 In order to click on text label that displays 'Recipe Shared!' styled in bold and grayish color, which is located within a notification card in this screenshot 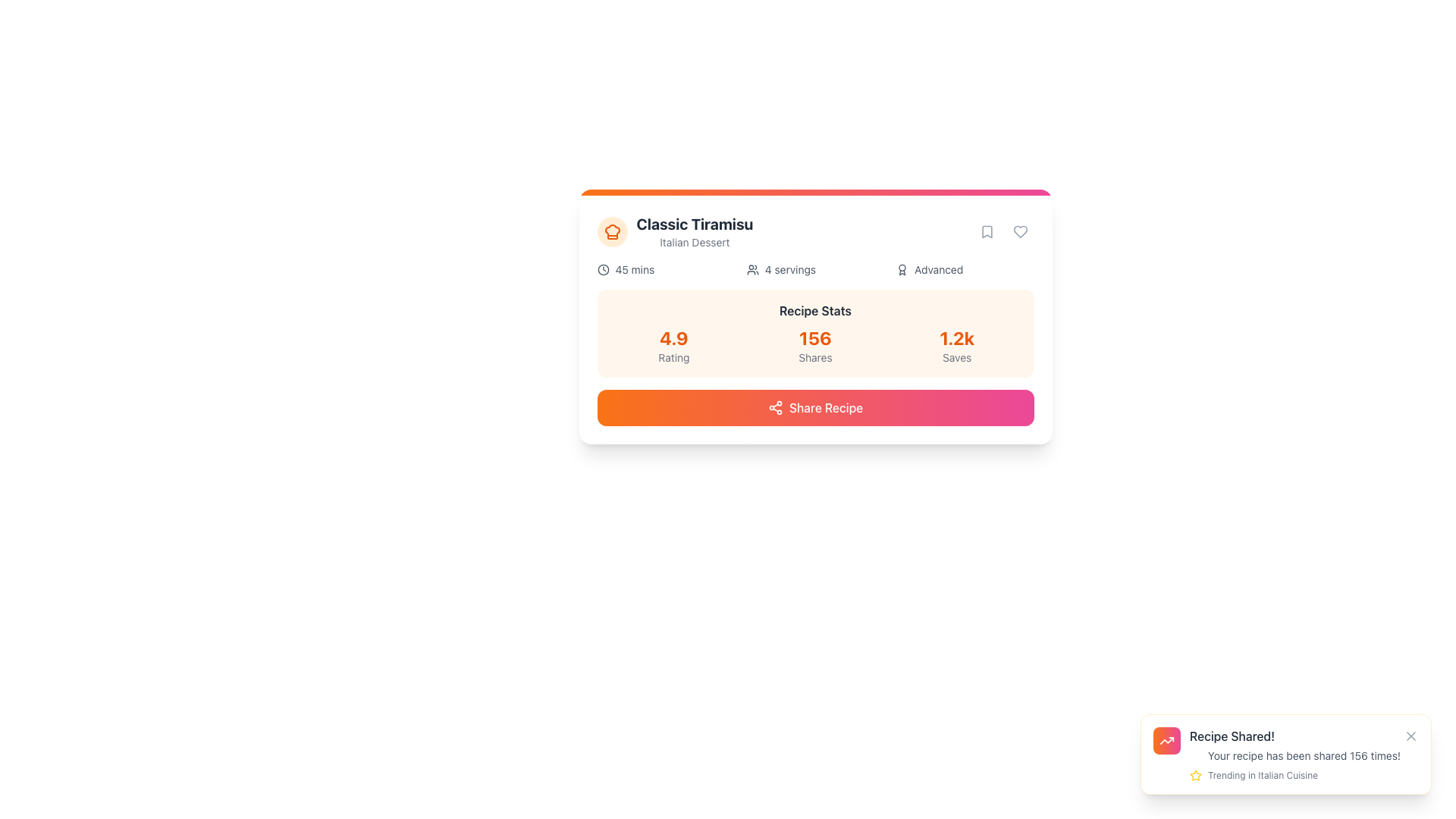, I will do `click(1232, 736)`.